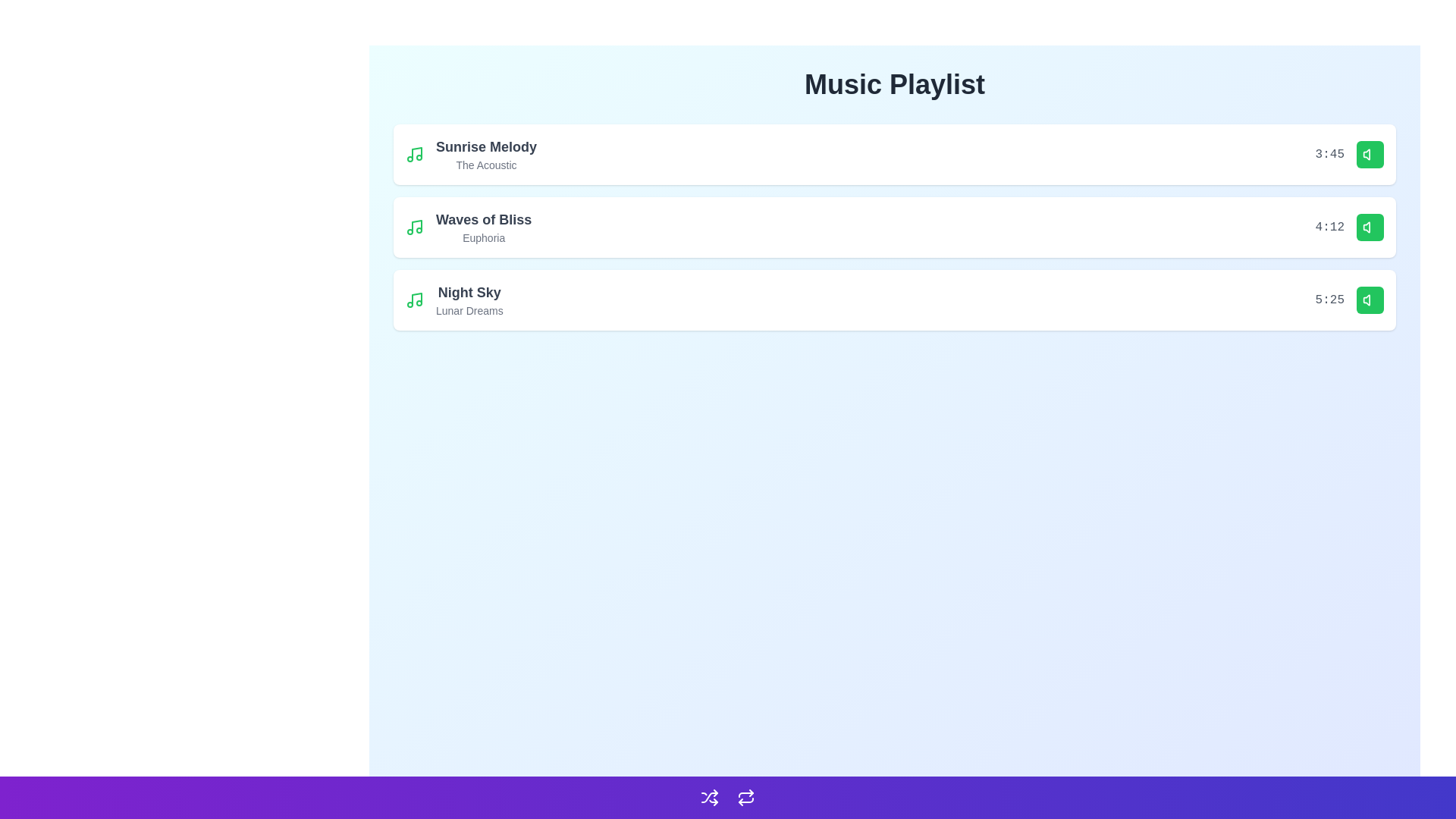 The height and width of the screenshot is (819, 1456). Describe the element at coordinates (453, 300) in the screenshot. I see `the text label displaying the song title 'Night Sky' and subtitle 'Lunar Dreams', which is the third item in the music playlist interface` at that location.